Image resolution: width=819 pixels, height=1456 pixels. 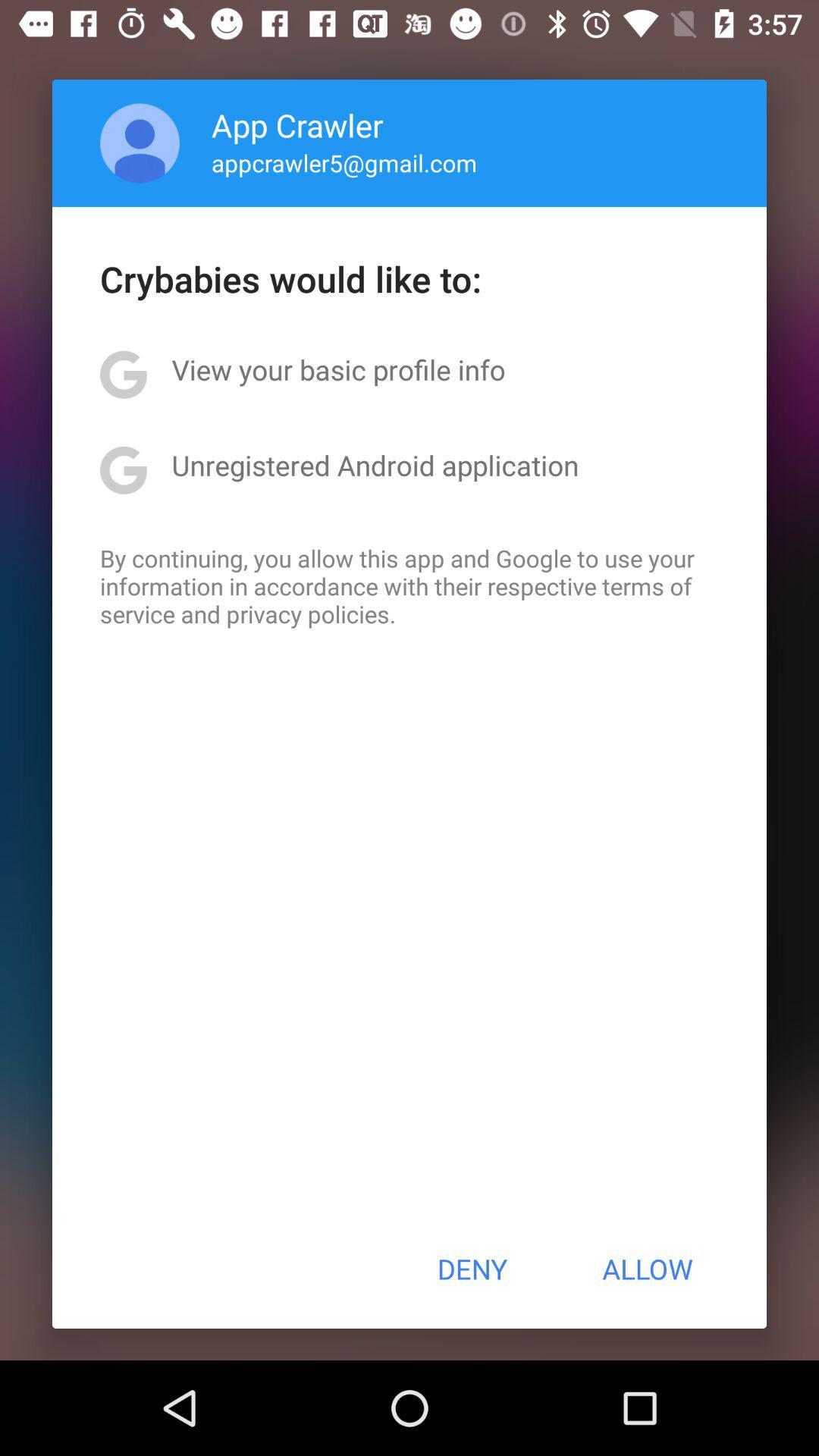 I want to click on the deny, so click(x=471, y=1269).